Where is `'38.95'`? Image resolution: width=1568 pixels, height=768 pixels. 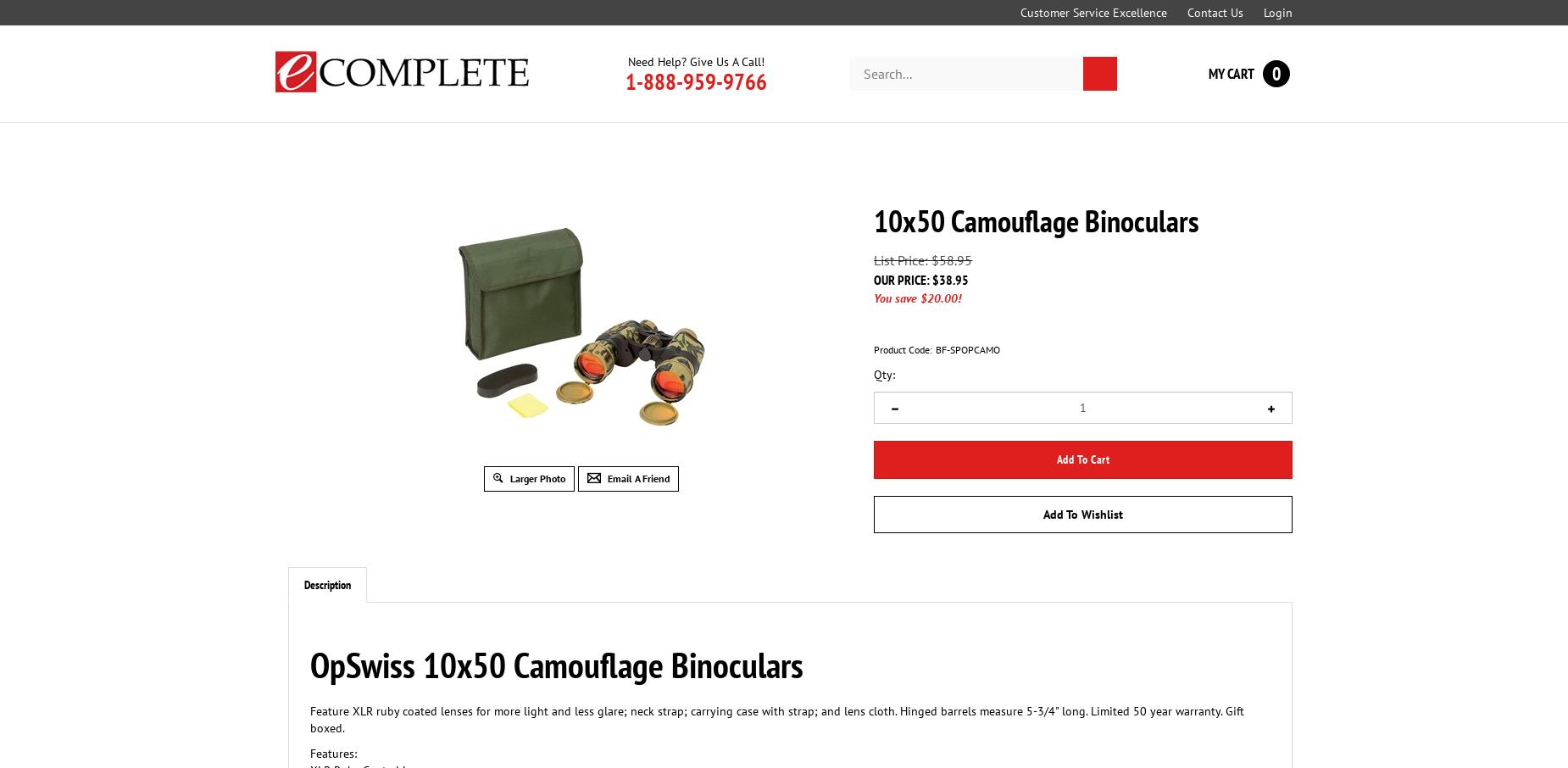
'38.95' is located at coordinates (953, 279).